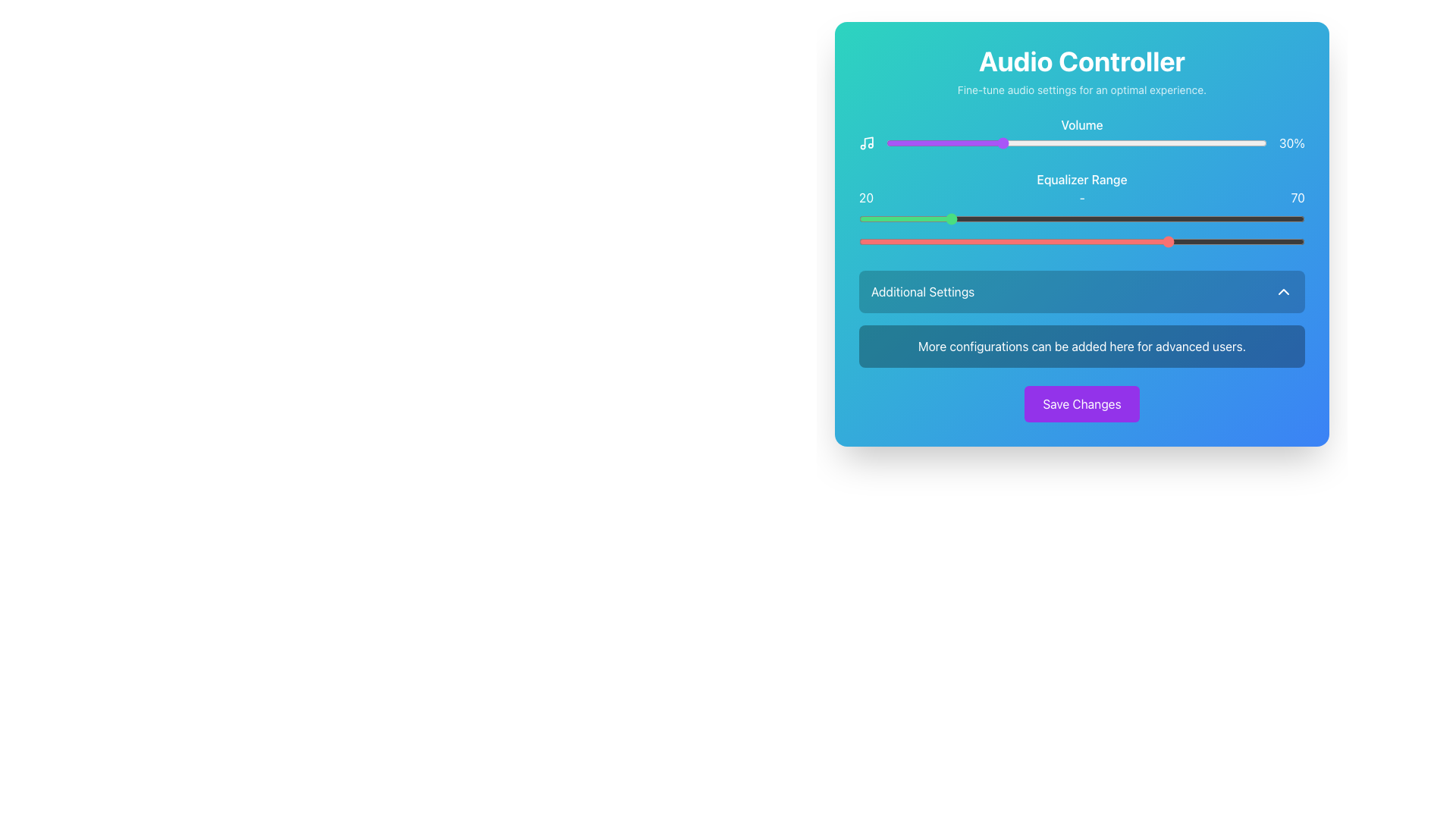 This screenshot has height=819, width=1456. What do you see at coordinates (1081, 178) in the screenshot?
I see `the text label titled 'Equalizer Range', which describes the equalizer range control below it` at bounding box center [1081, 178].